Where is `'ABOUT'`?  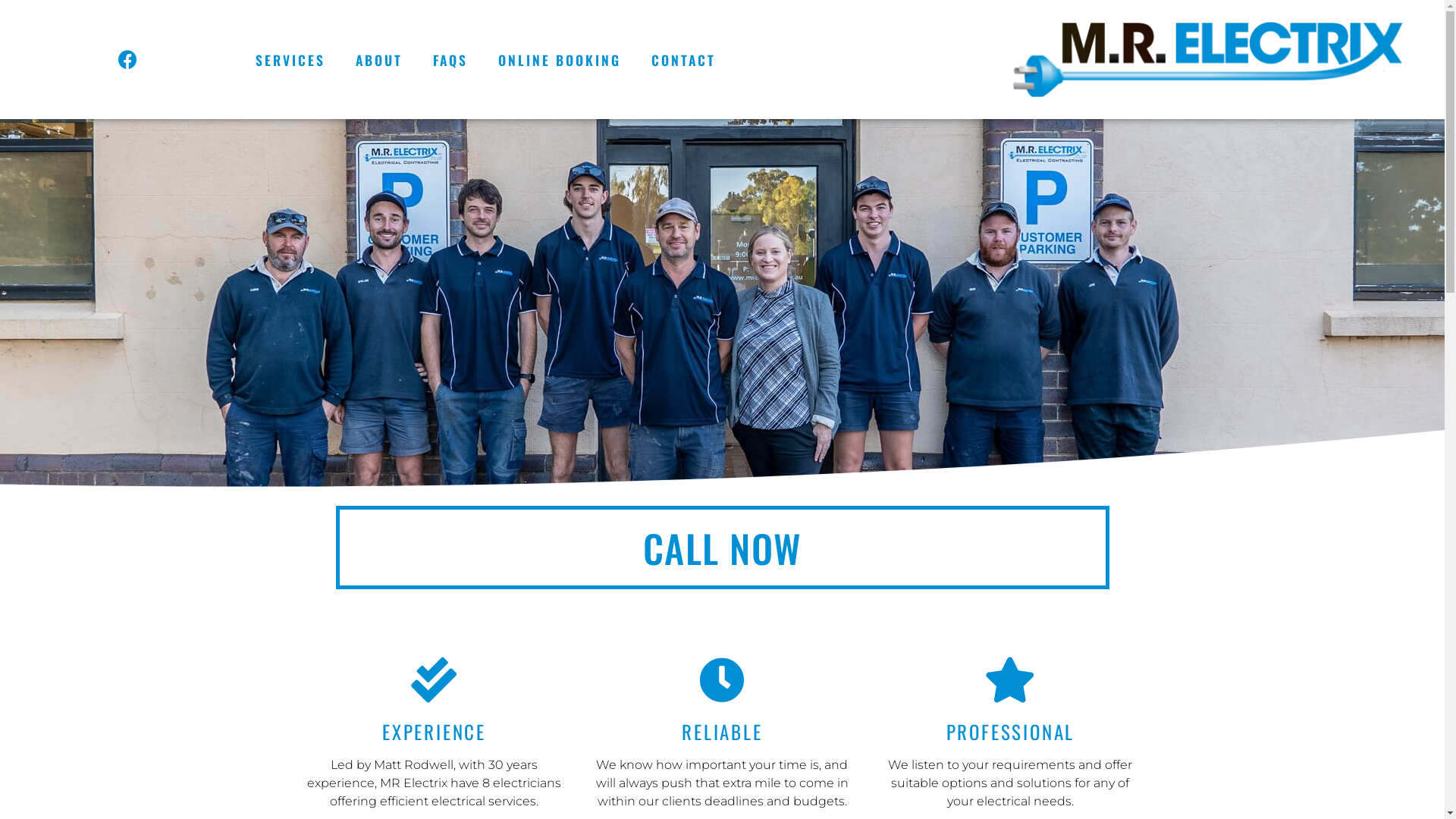 'ABOUT' is located at coordinates (378, 58).